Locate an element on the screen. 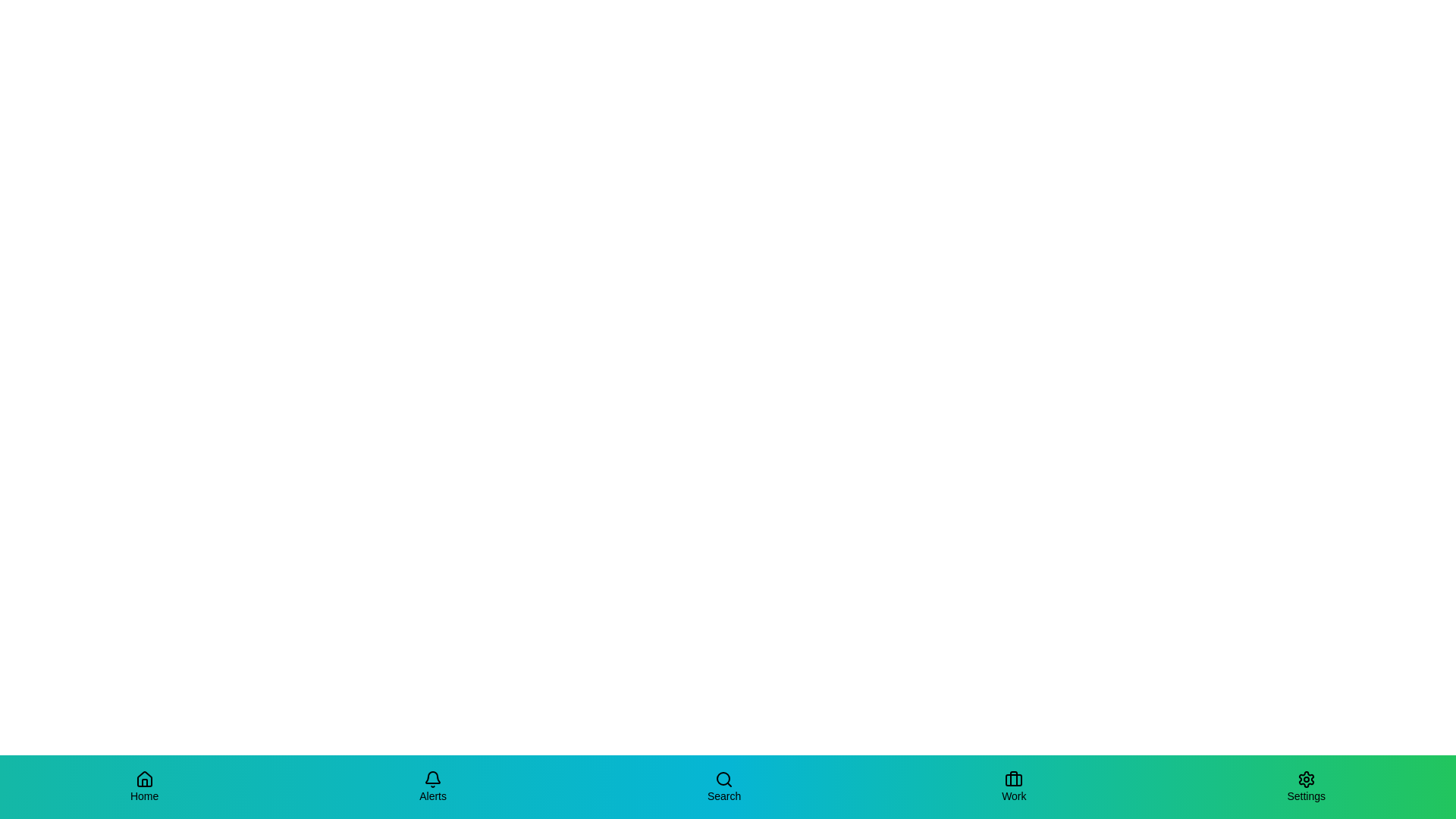 The height and width of the screenshot is (819, 1456). the Alerts tab to observe the scale effect is located at coordinates (432, 786).